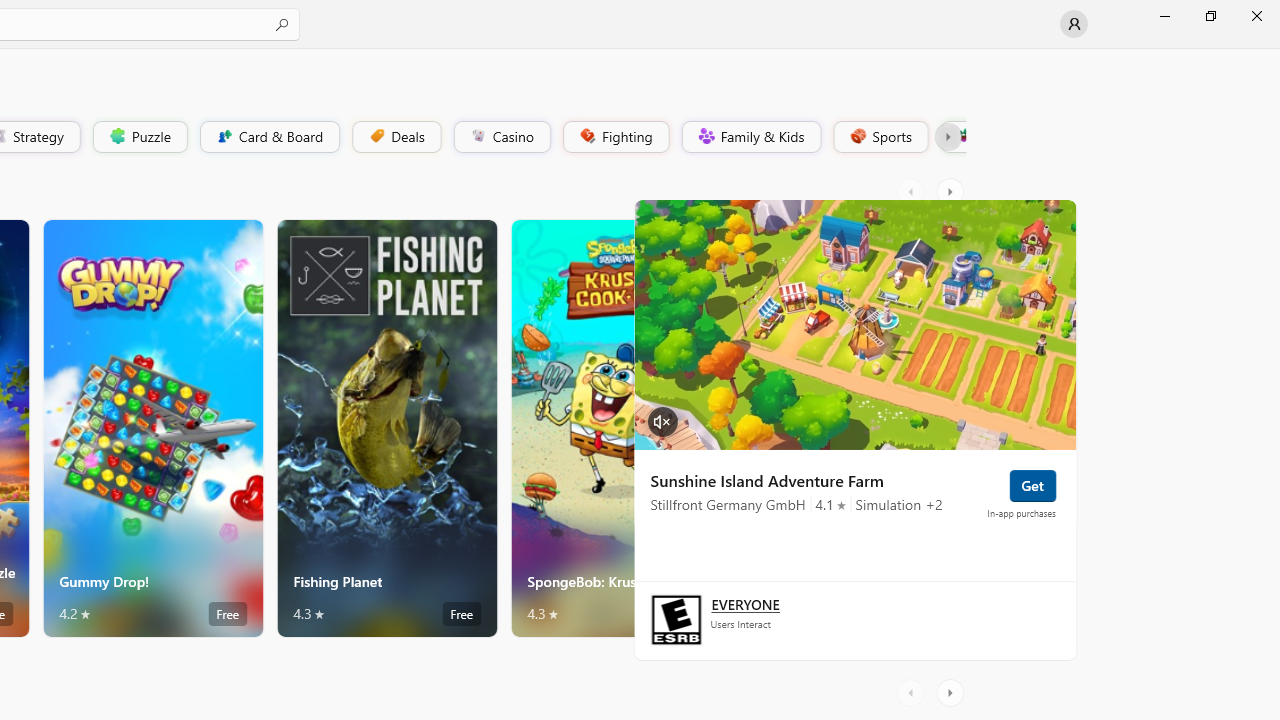 The width and height of the screenshot is (1280, 720). Describe the element at coordinates (749, 135) in the screenshot. I see `'Family & Kids'` at that location.